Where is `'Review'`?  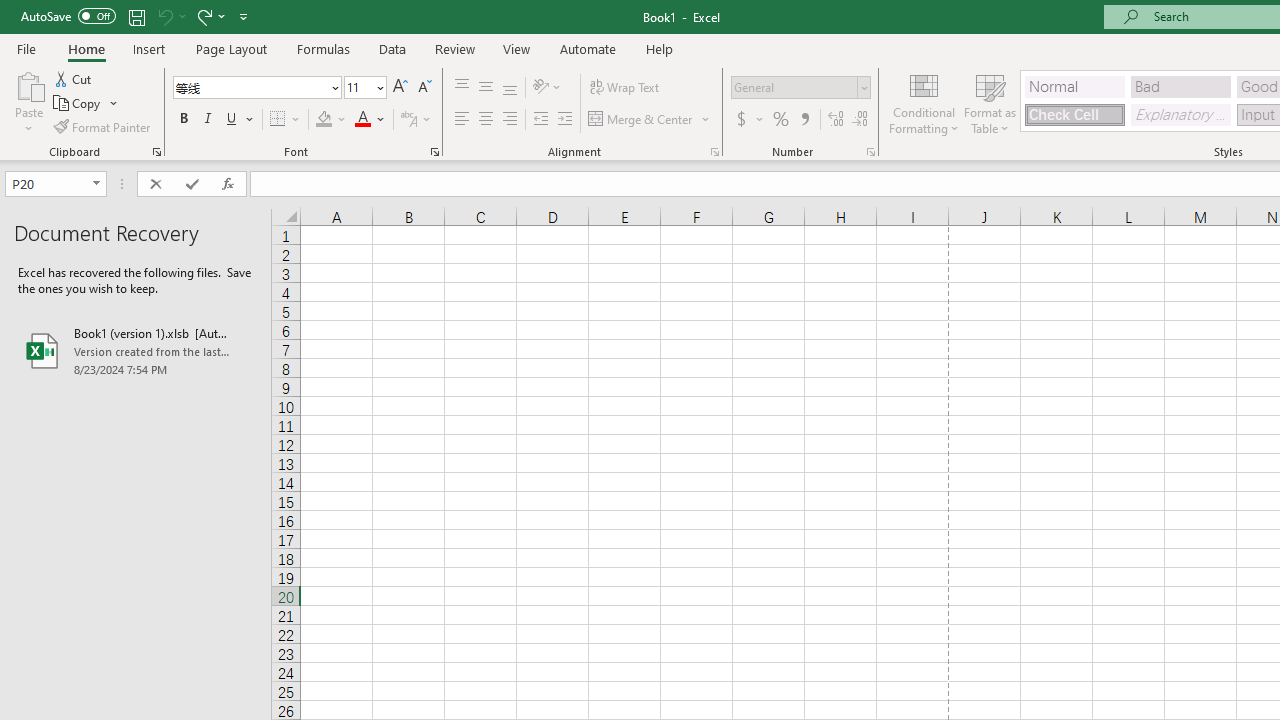
'Review' is located at coordinates (454, 48).